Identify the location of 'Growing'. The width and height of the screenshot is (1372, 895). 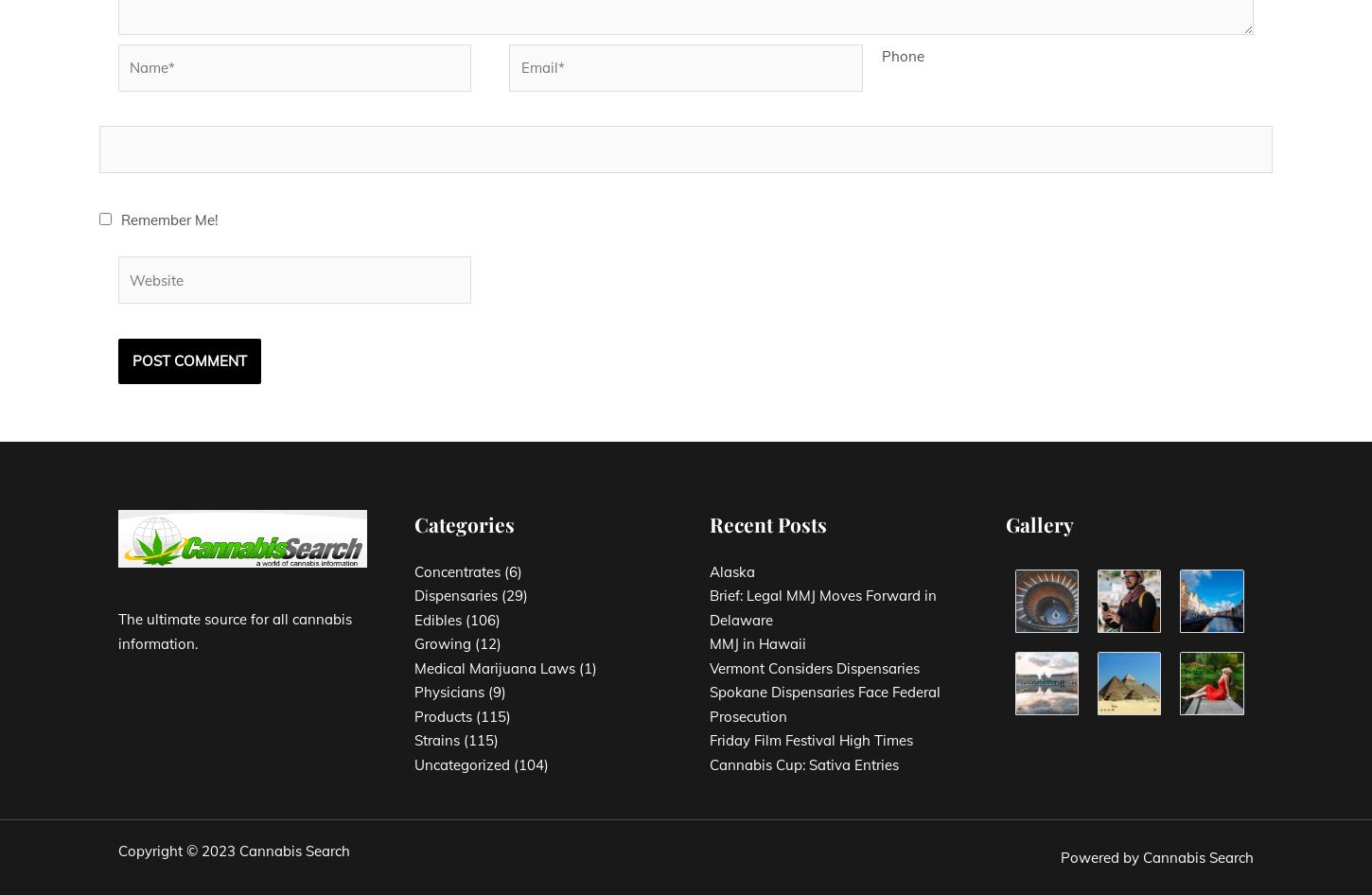
(441, 643).